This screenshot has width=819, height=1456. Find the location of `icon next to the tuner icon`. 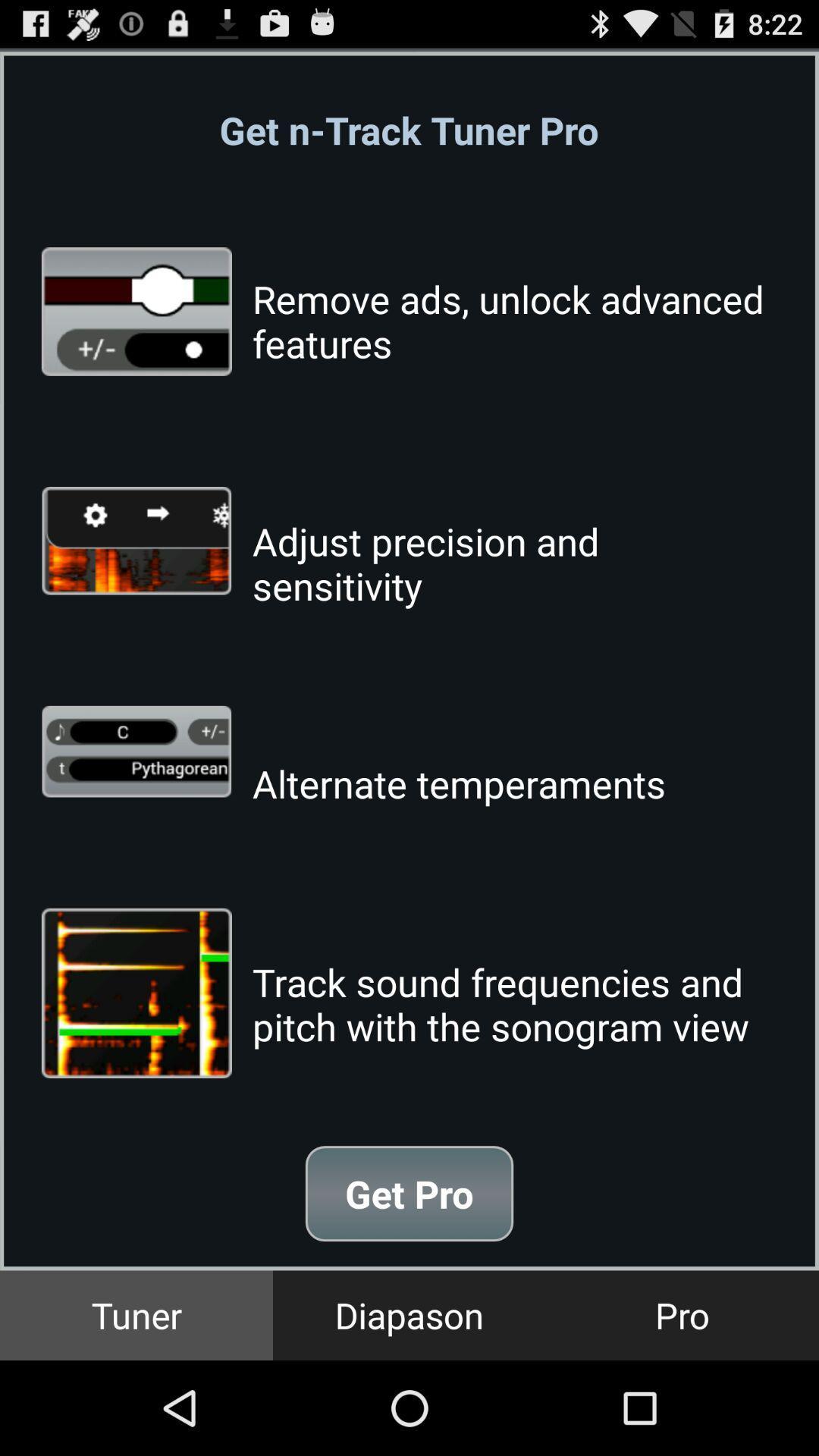

icon next to the tuner icon is located at coordinates (409, 1314).